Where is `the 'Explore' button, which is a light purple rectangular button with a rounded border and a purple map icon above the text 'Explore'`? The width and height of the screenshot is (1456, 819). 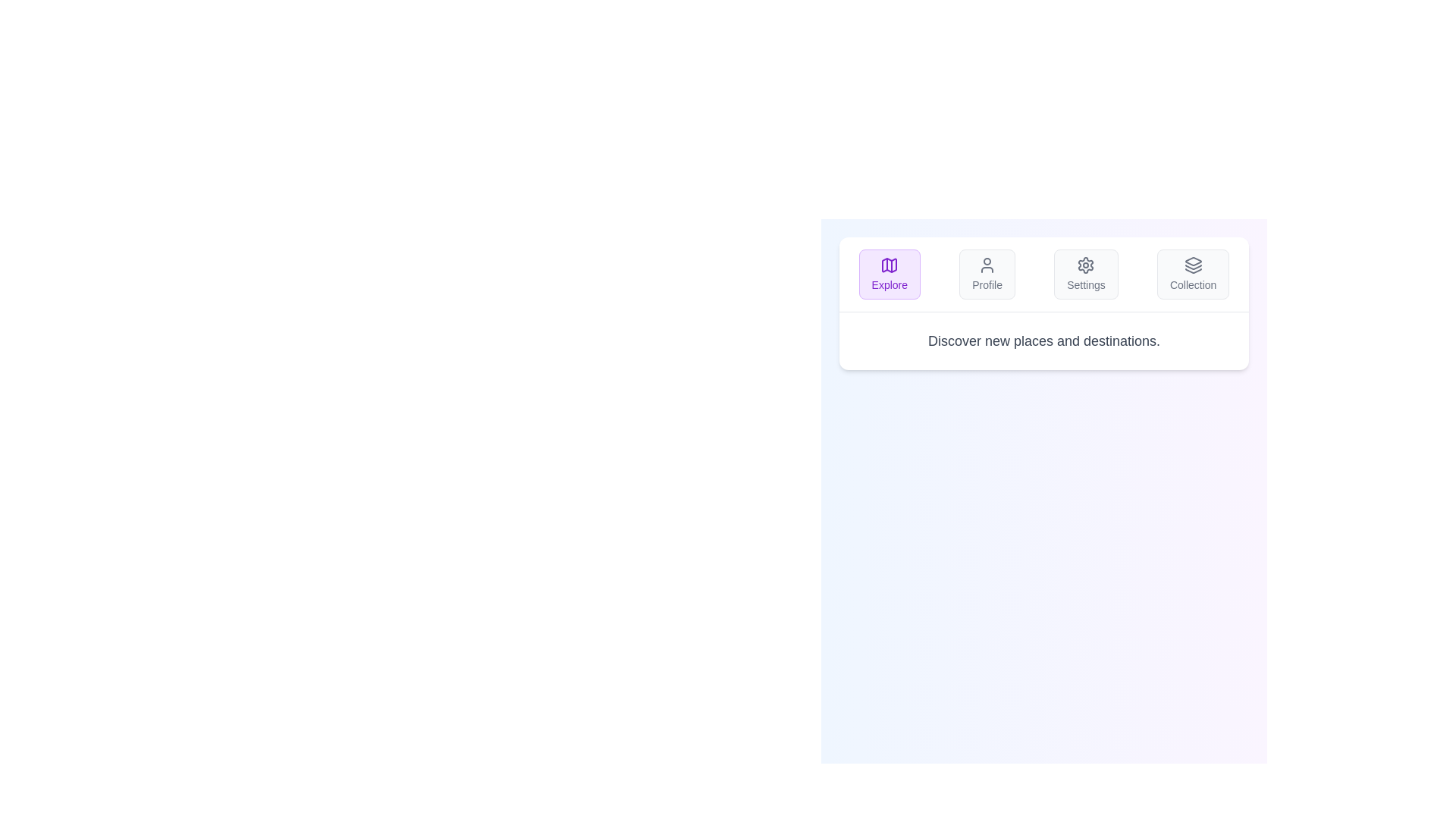 the 'Explore' button, which is a light purple rectangular button with a rounded border and a purple map icon above the text 'Explore' is located at coordinates (890, 275).